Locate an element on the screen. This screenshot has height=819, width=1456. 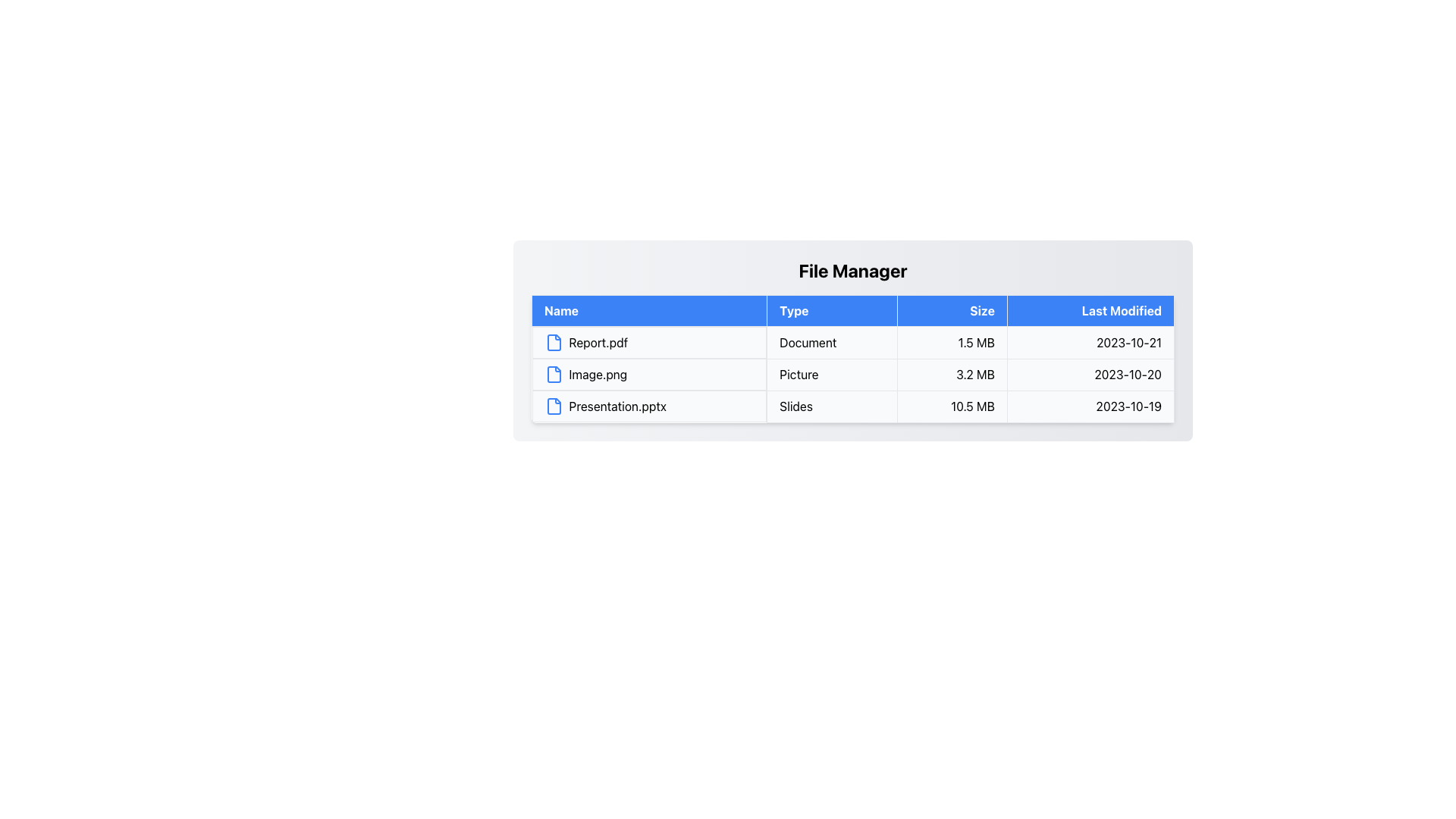
the document icon representing 'Report.pdf' in the first row of the table is located at coordinates (553, 342).